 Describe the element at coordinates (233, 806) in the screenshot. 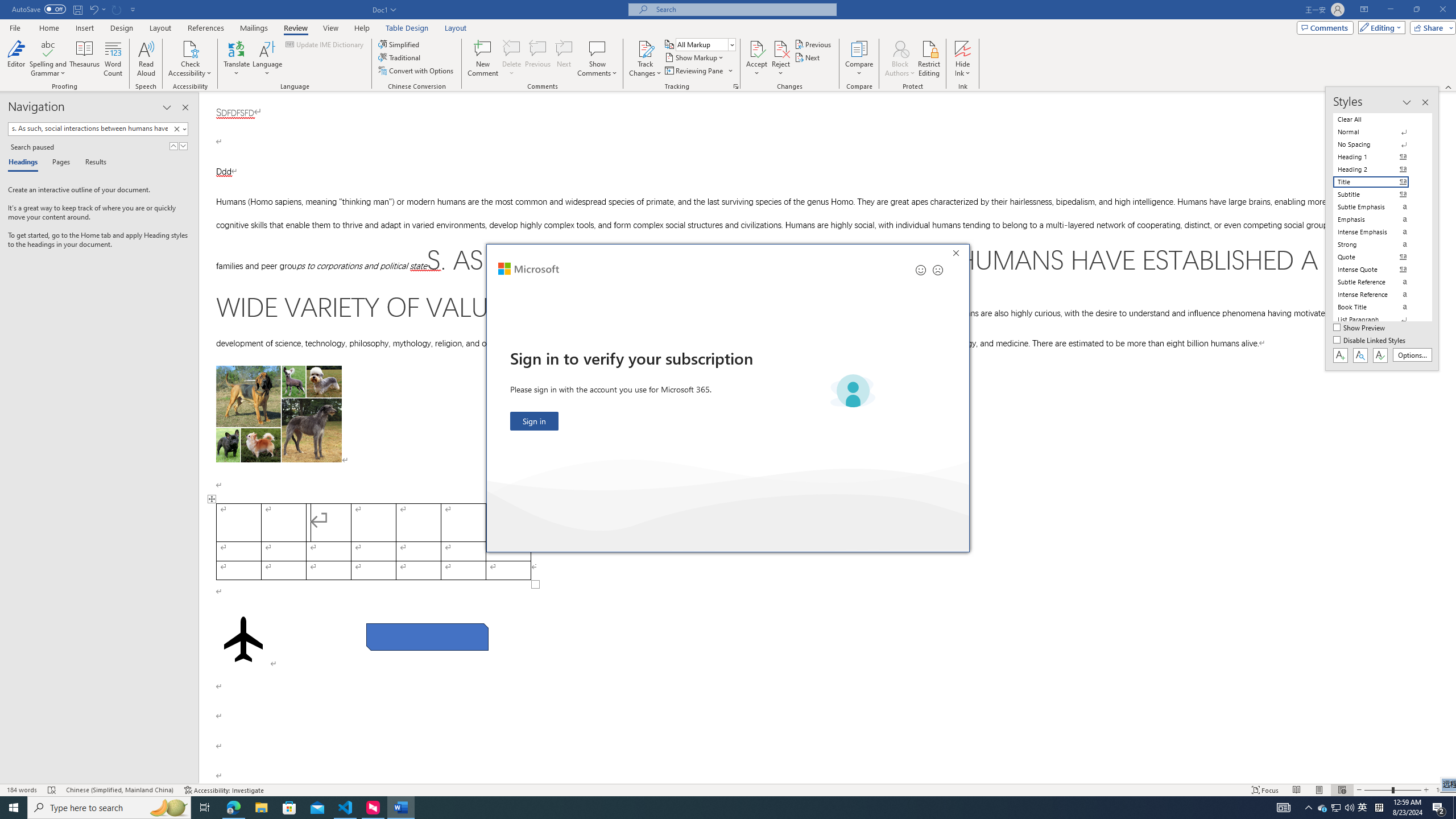

I see `'Microsoft Edge - 1 running window'` at that location.